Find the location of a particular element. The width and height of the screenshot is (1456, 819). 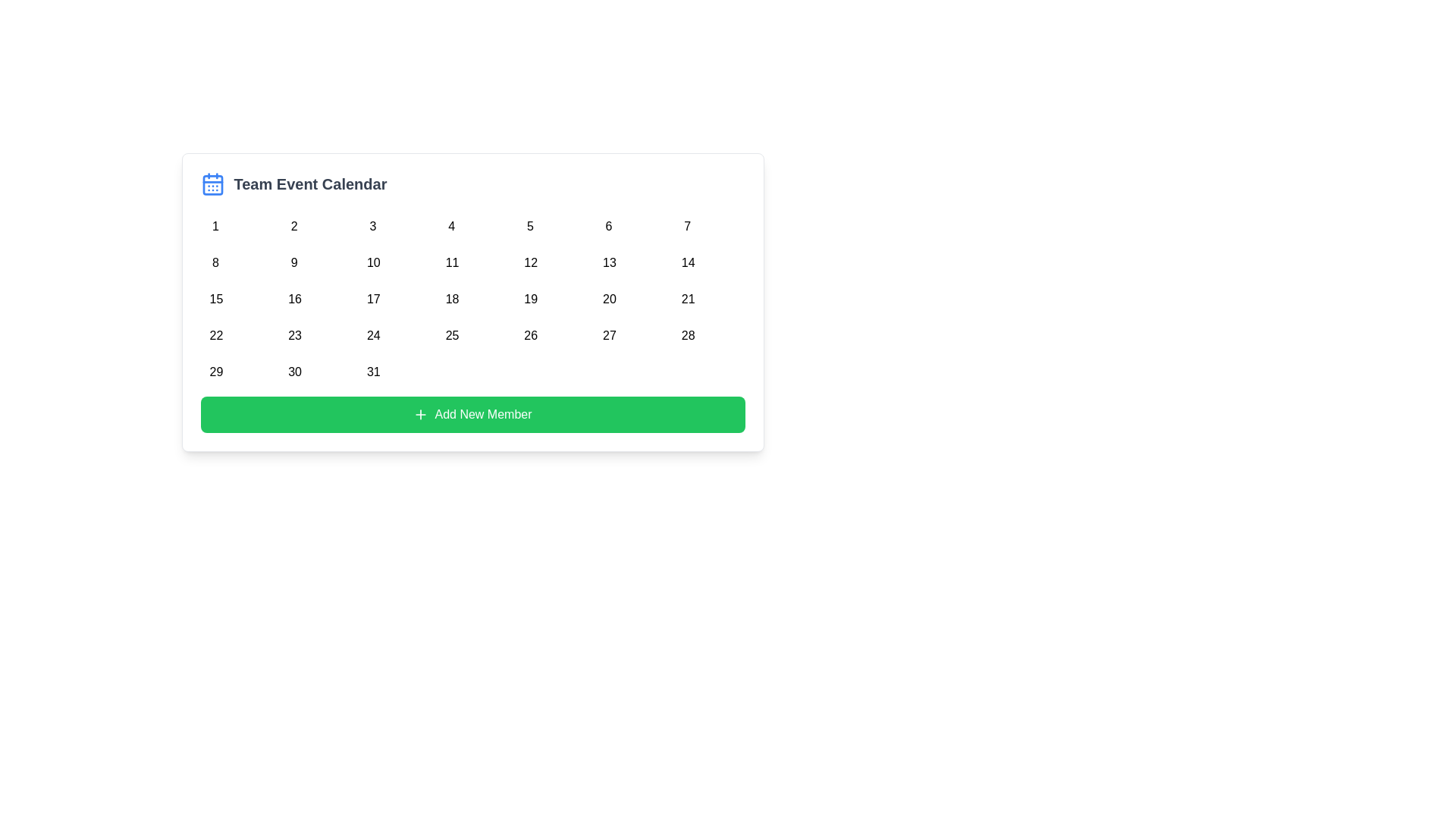

the interactive button representing the calendar date with the number '9' is located at coordinates (294, 259).